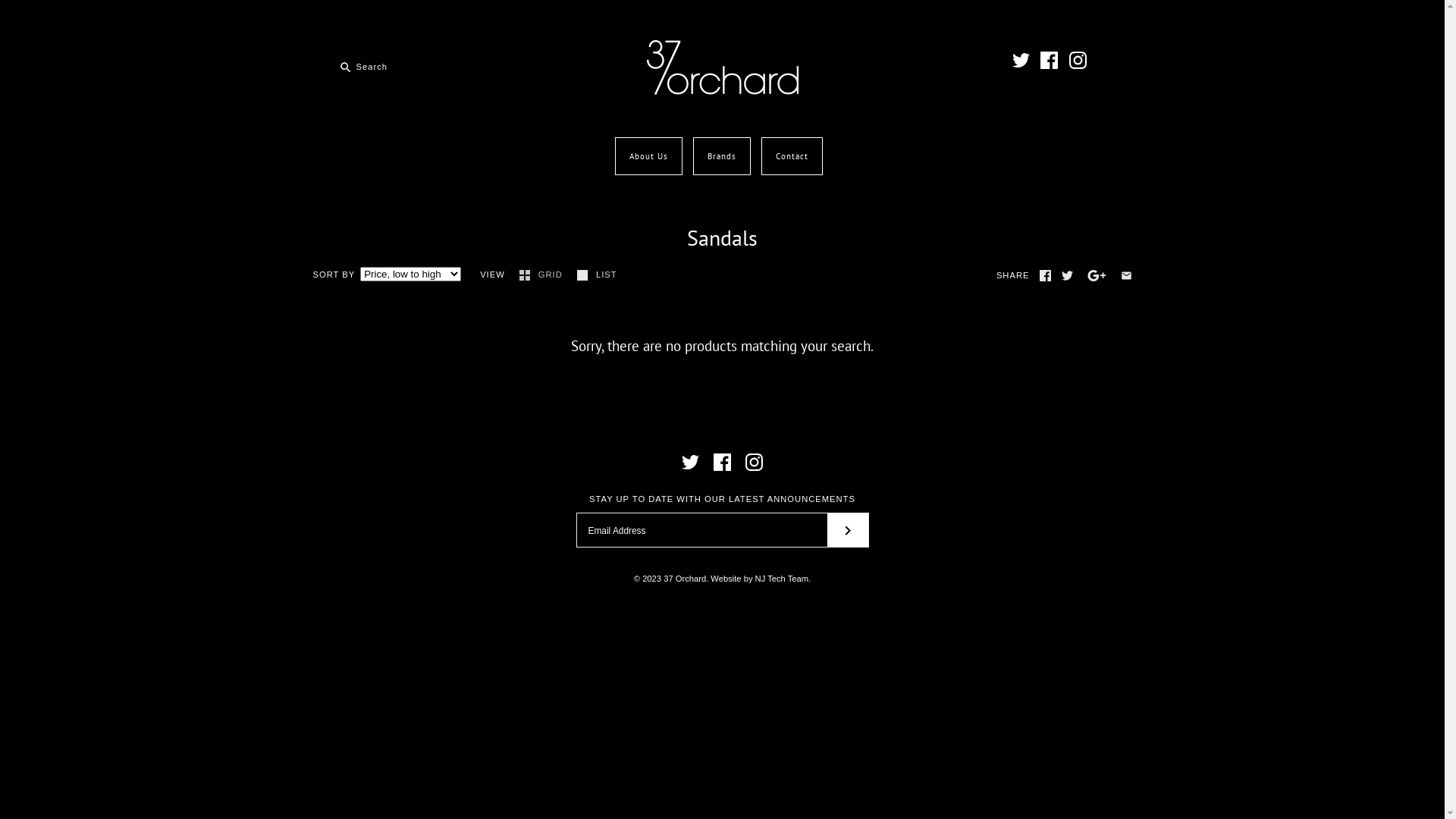 This screenshot has height=819, width=1456. Describe the element at coordinates (1021, 59) in the screenshot. I see `'Twitter'` at that location.